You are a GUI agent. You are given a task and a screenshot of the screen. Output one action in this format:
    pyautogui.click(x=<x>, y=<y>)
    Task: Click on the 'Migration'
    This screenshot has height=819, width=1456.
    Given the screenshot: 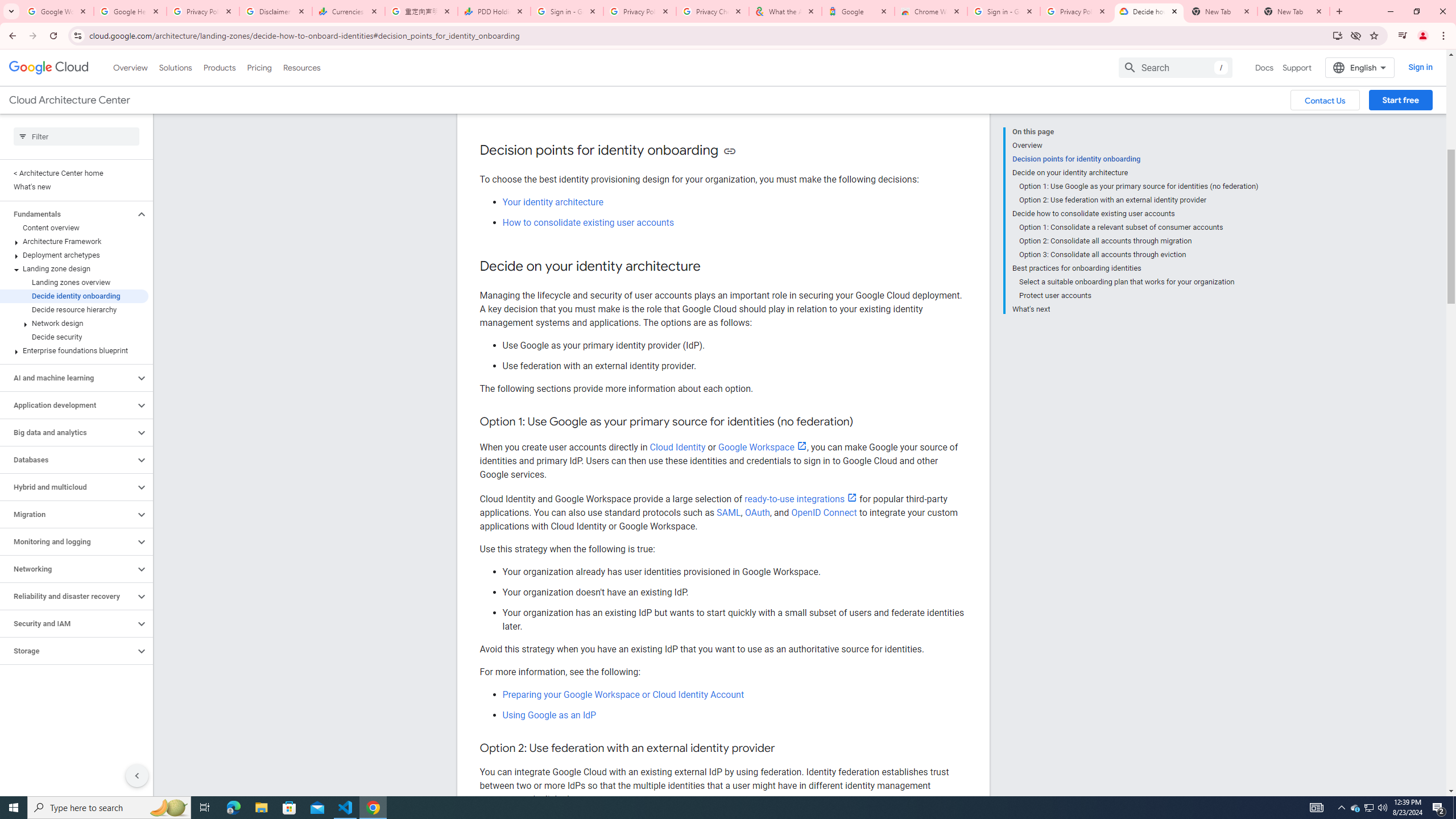 What is the action you would take?
    pyautogui.click(x=67, y=514)
    